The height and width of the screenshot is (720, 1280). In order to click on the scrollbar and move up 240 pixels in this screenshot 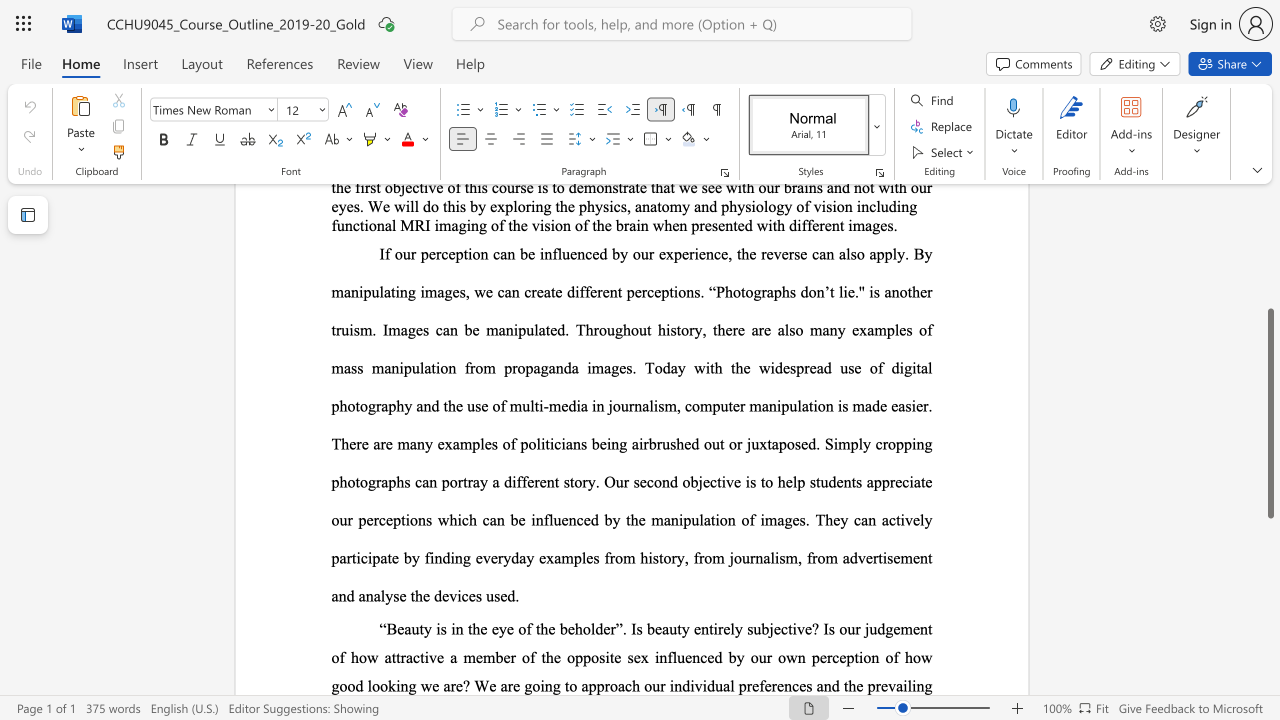, I will do `click(1269, 412)`.